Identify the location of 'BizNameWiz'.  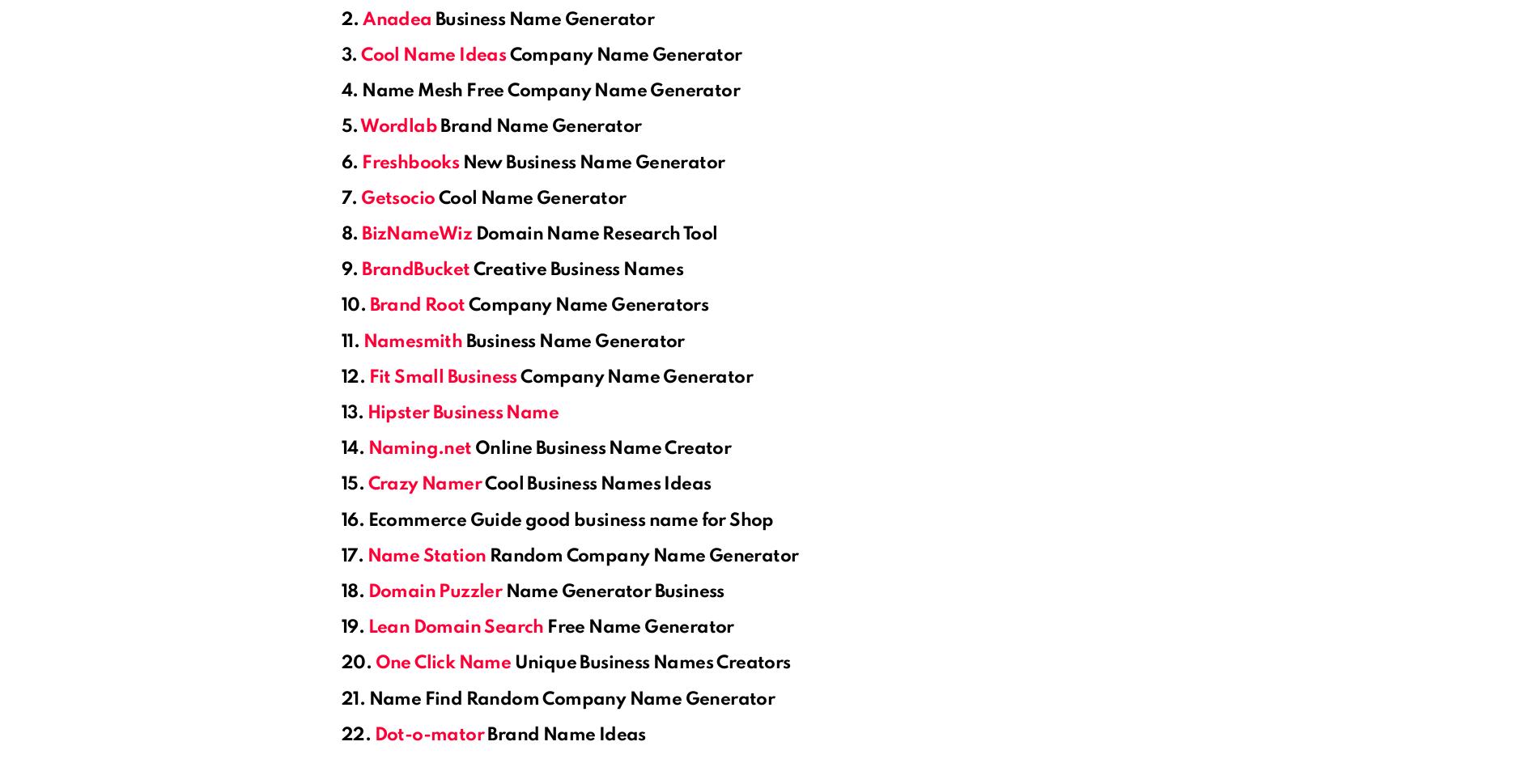
(361, 235).